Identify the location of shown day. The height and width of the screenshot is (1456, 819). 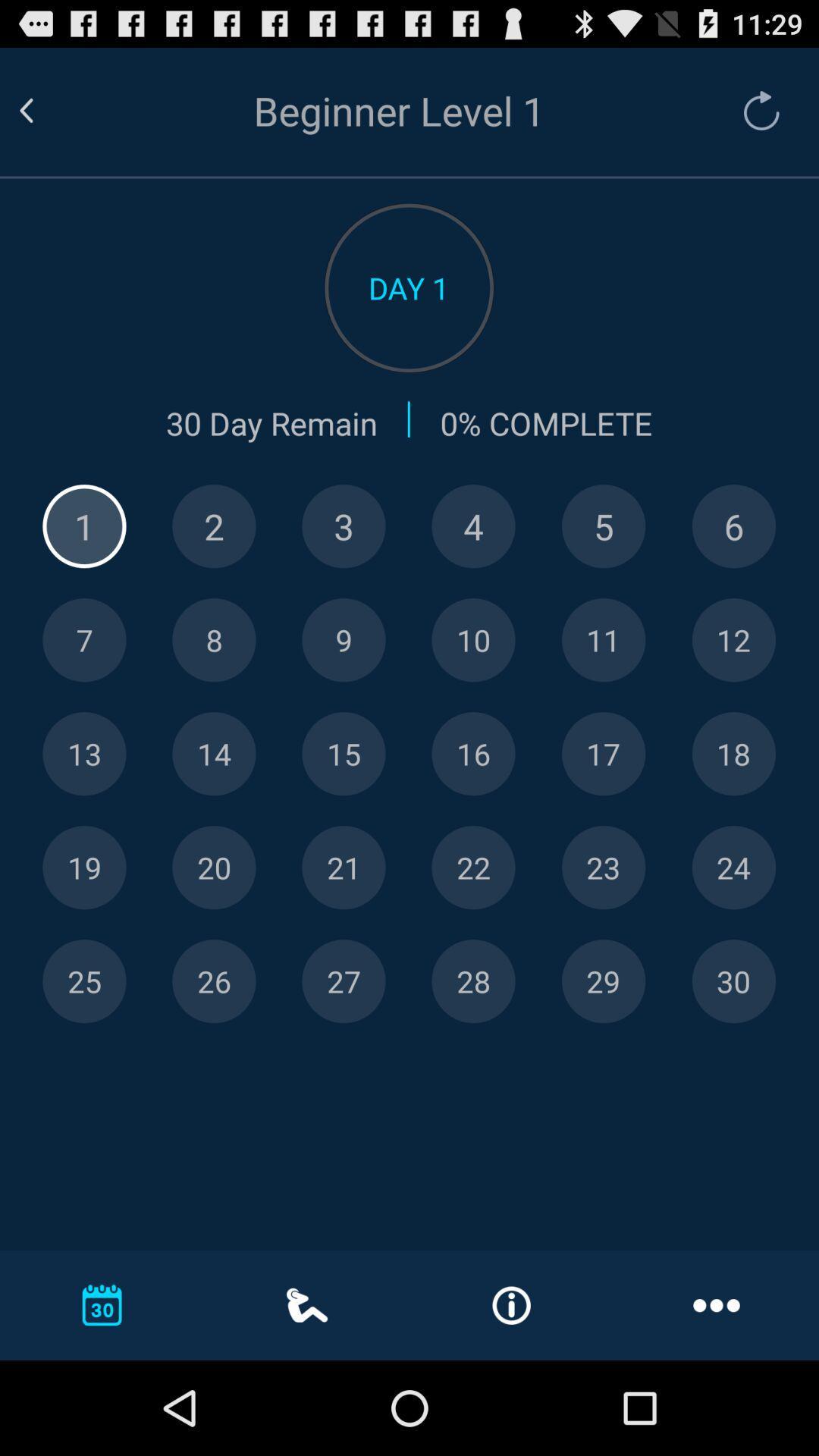
(472, 754).